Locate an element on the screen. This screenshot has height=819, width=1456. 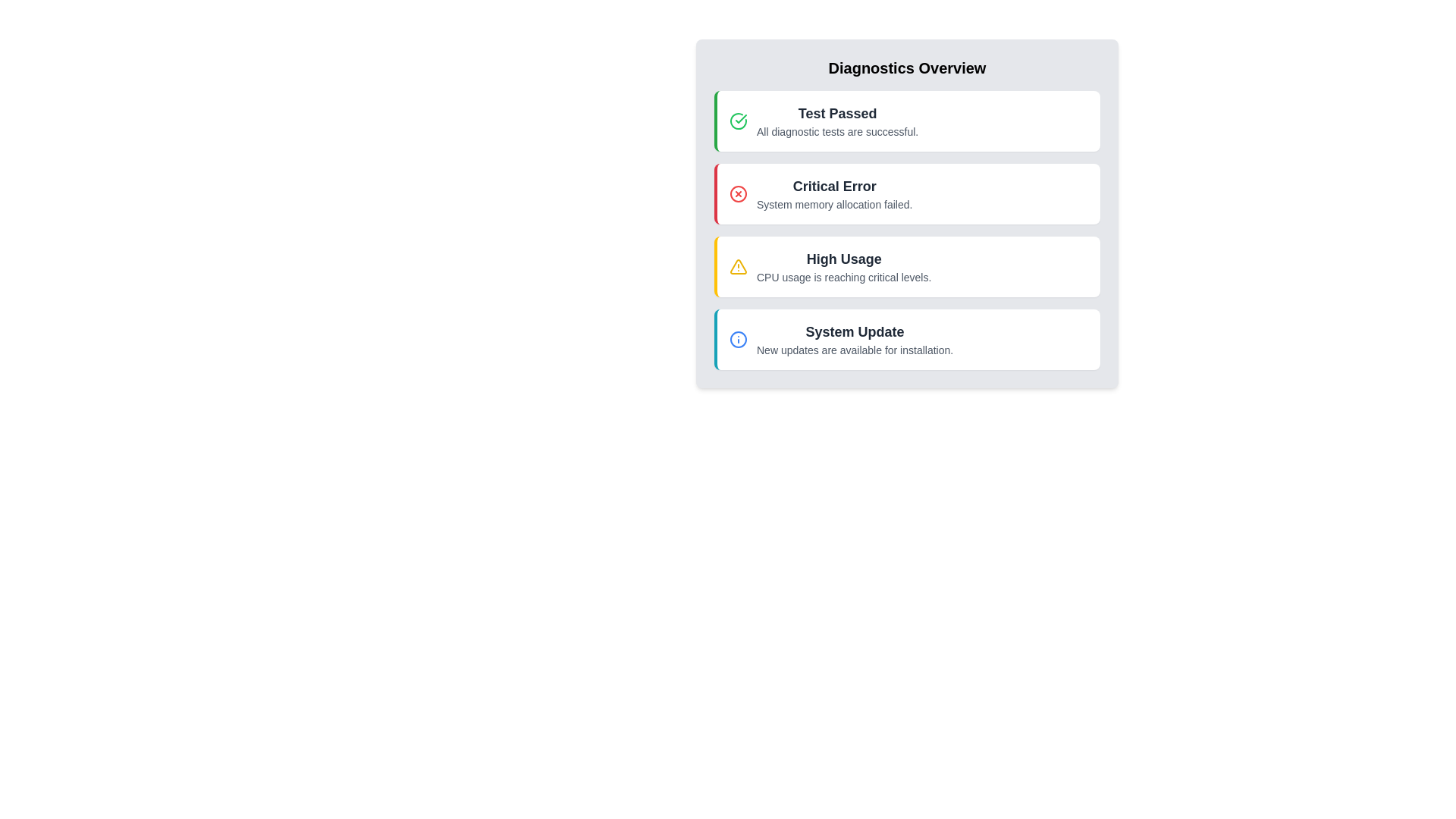
the 'High Usage' text label, which is styled in bold and medium-large font size, colored dark gray, and located in the third notification card with a yellow border is located at coordinates (843, 259).